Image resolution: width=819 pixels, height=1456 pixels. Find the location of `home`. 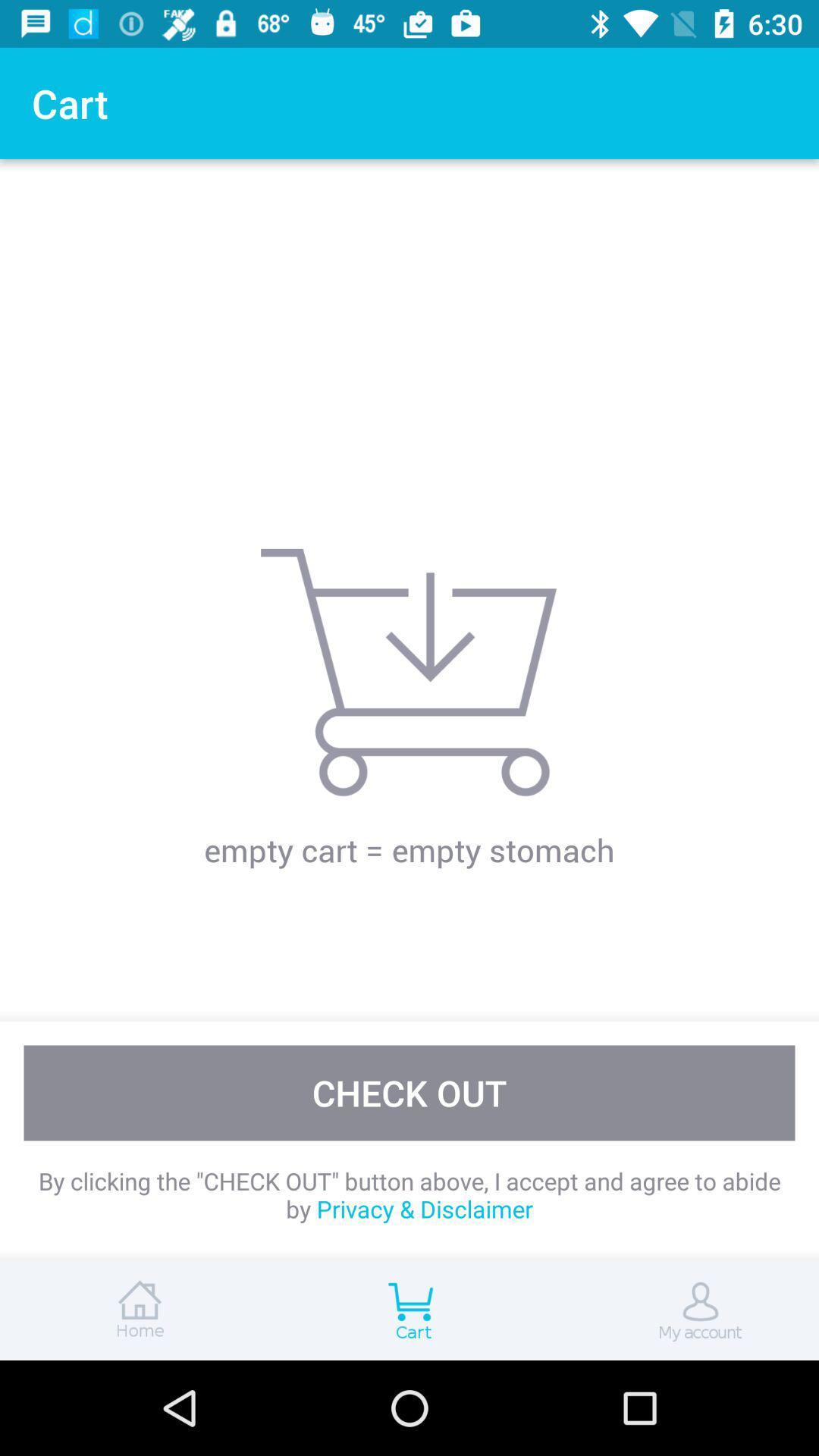

home is located at coordinates (136, 1310).